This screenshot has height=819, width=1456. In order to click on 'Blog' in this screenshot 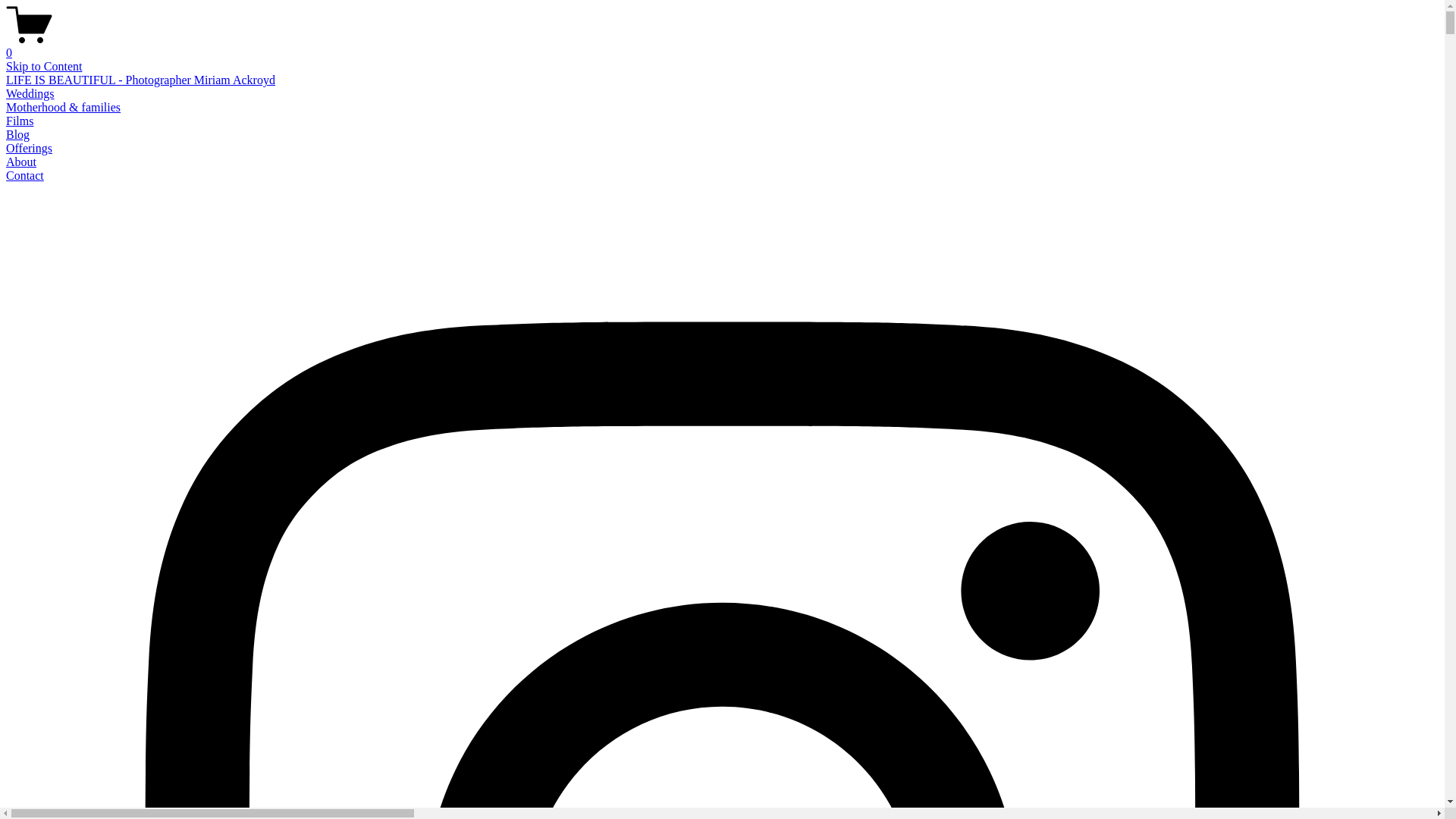, I will do `click(17, 133)`.